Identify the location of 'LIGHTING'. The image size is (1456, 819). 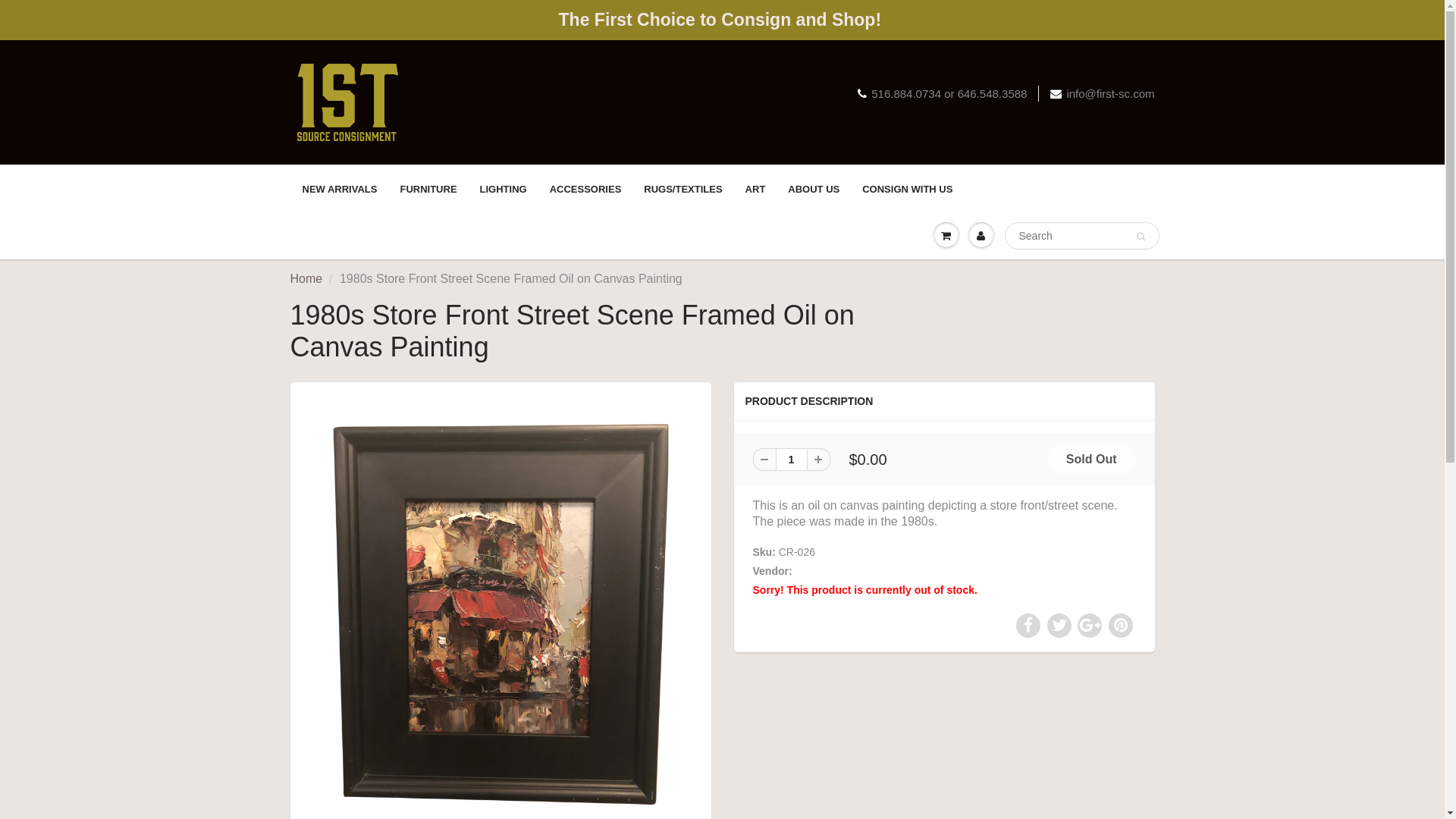
(503, 189).